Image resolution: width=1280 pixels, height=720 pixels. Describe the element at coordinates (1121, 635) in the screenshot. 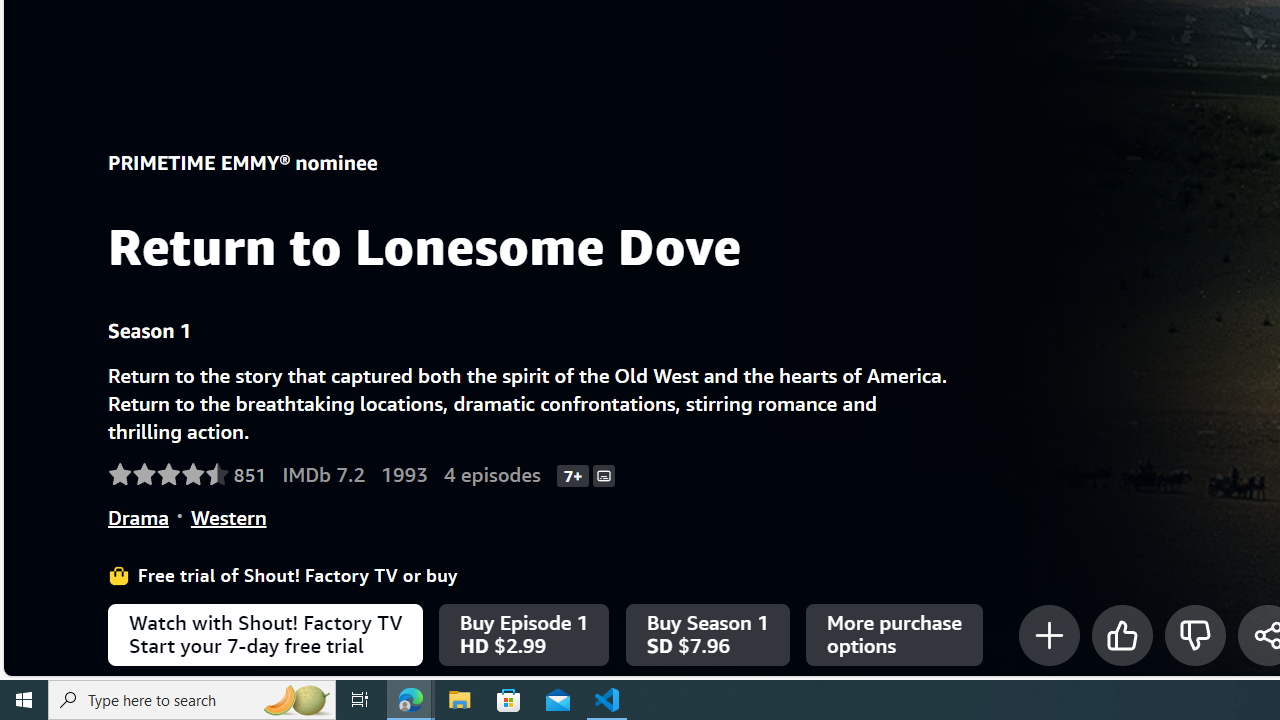

I see `'Like'` at that location.